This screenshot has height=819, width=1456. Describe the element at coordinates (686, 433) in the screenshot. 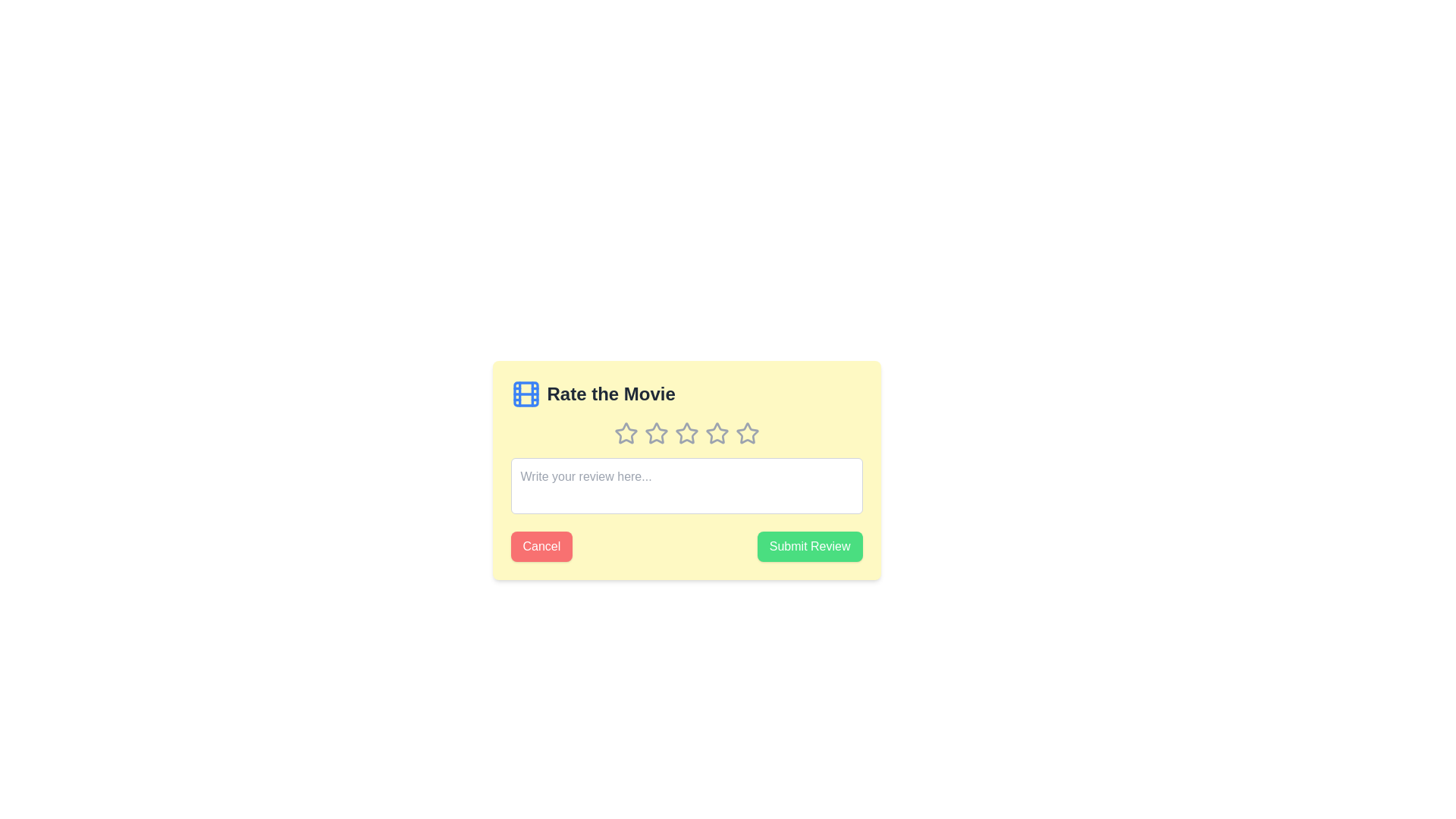

I see `the highlighted third star in the interactive star rating component` at that location.